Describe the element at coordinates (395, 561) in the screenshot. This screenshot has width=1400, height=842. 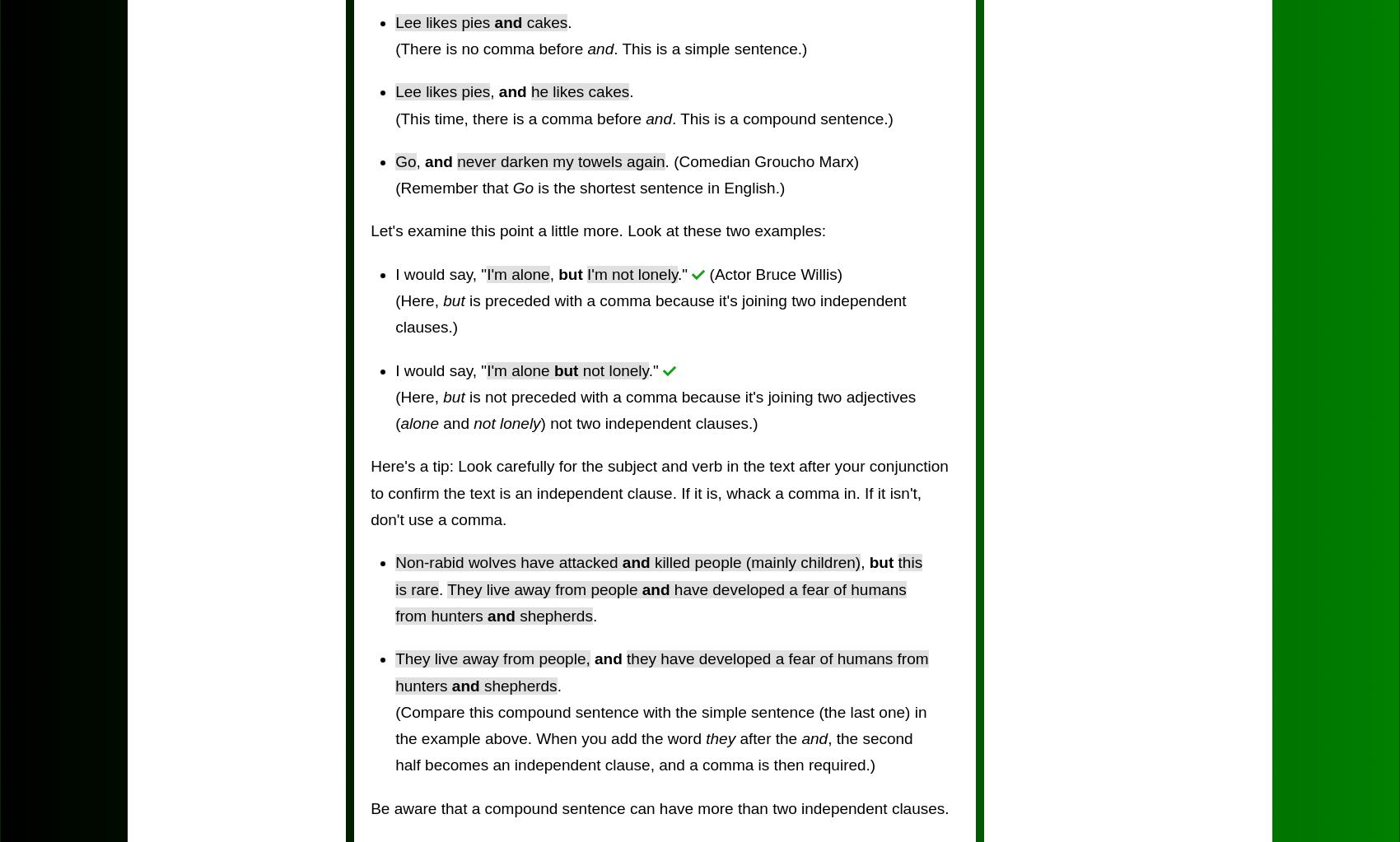
I see `'Non-rabid wolves have attacked'` at that location.